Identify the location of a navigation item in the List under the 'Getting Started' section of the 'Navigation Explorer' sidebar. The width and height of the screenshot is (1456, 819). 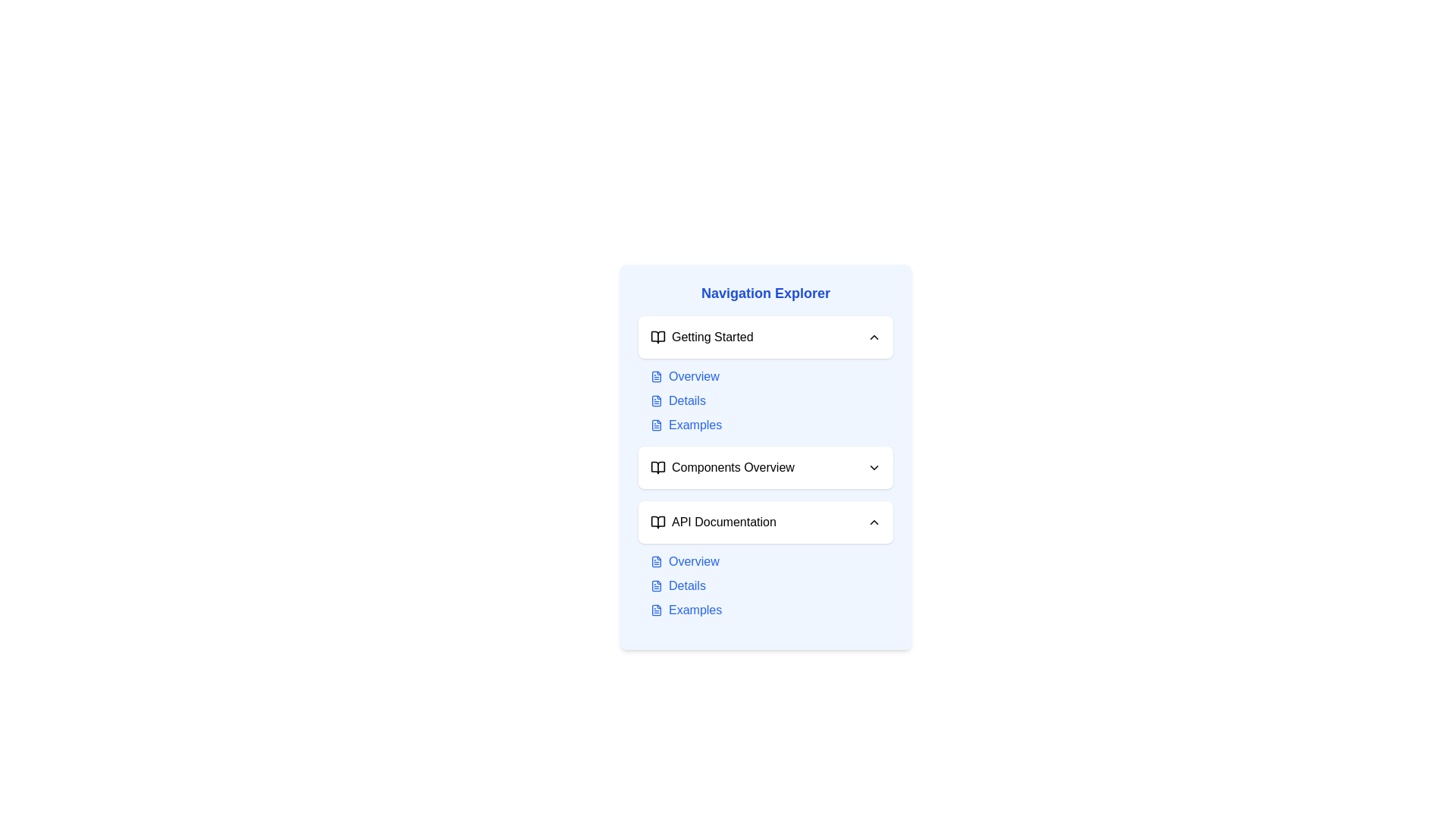
(771, 400).